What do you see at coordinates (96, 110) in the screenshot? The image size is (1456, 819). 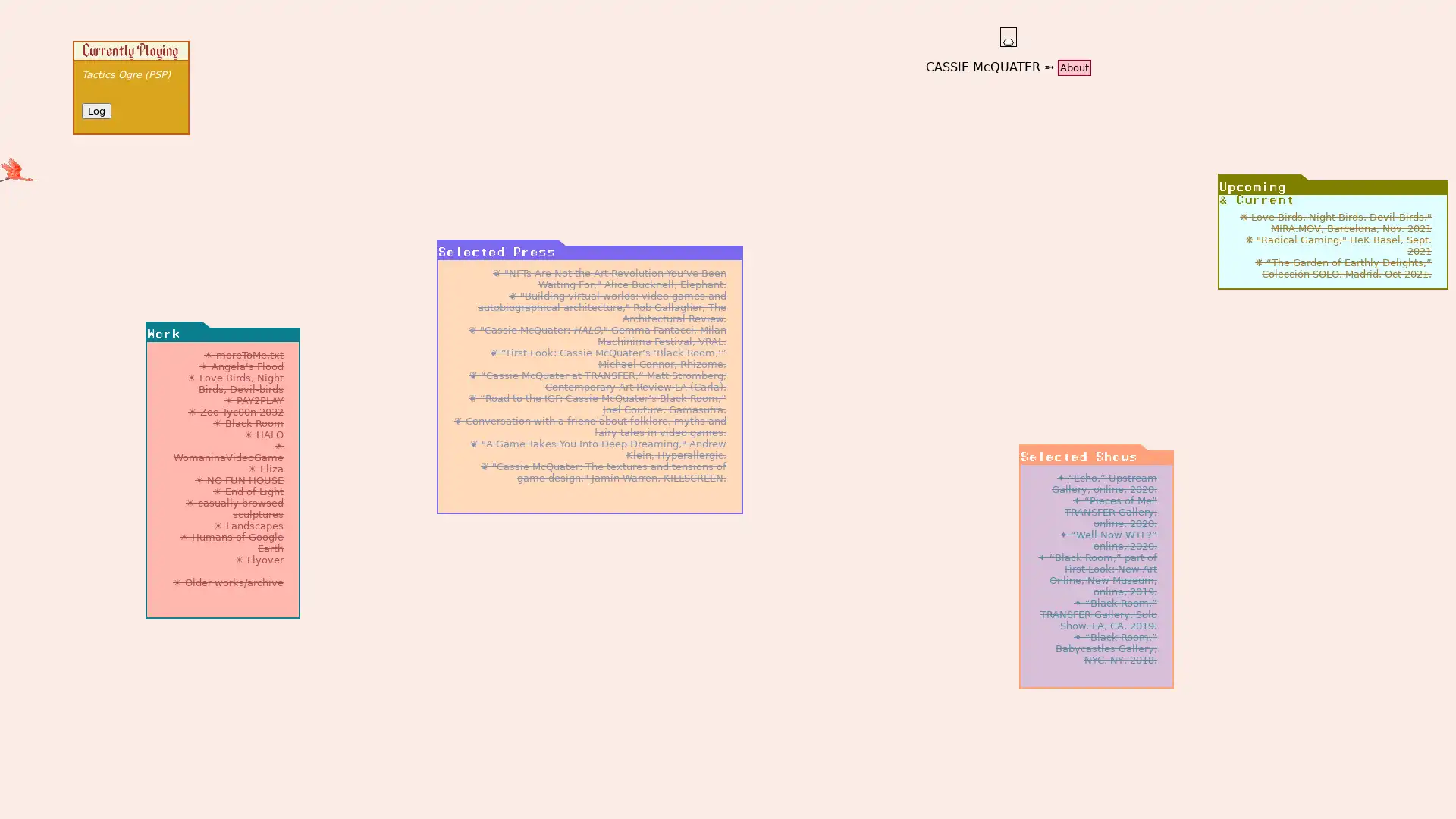 I see `Log` at bounding box center [96, 110].